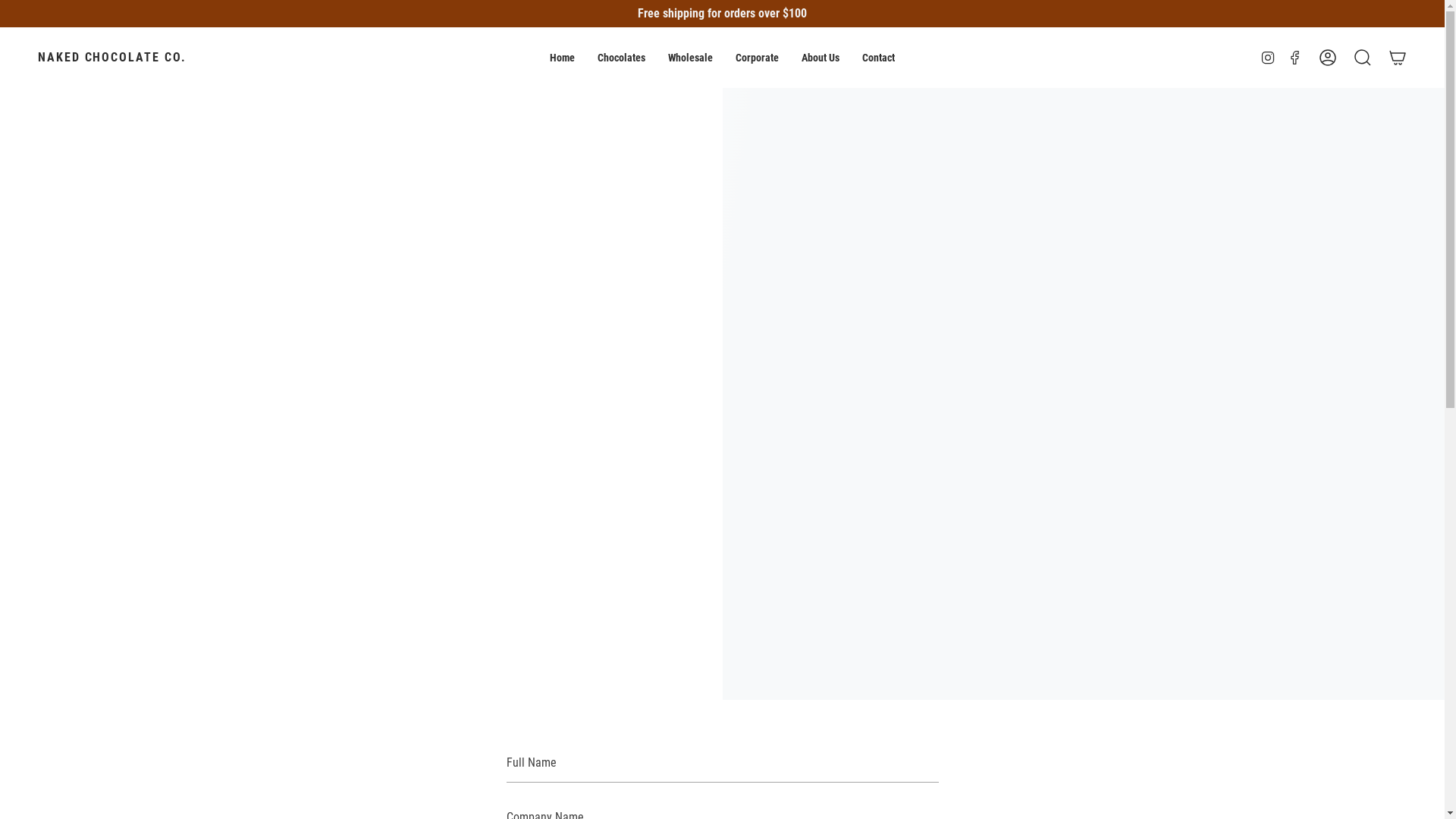 This screenshot has width=1456, height=819. What do you see at coordinates (111, 57) in the screenshot?
I see `'NAKED CHOCOLATE CO.'` at bounding box center [111, 57].